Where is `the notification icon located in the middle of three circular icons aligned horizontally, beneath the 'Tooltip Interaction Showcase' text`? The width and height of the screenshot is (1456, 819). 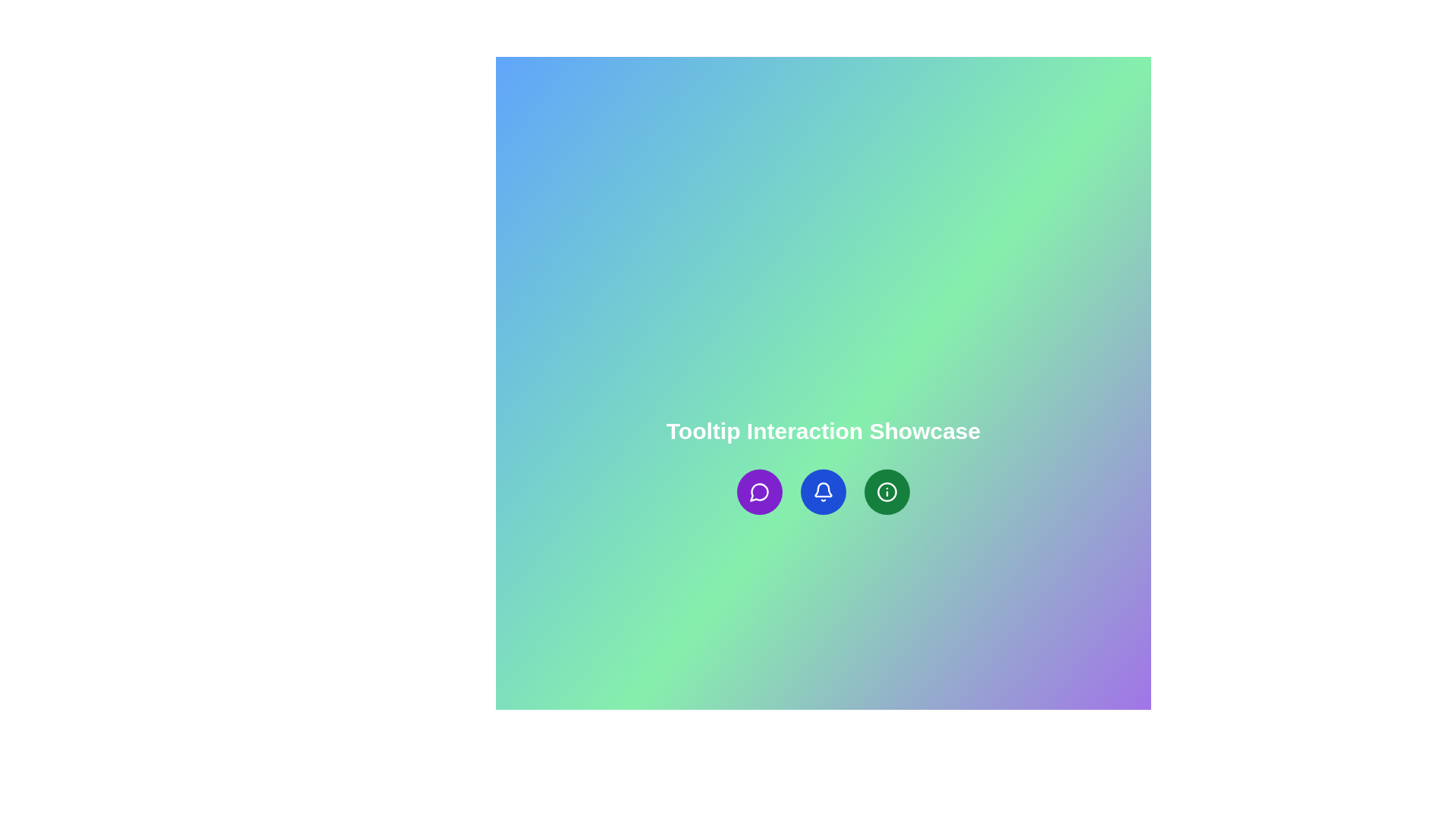 the notification icon located in the middle of three circular icons aligned horizontally, beneath the 'Tooltip Interaction Showcase' text is located at coordinates (822, 491).